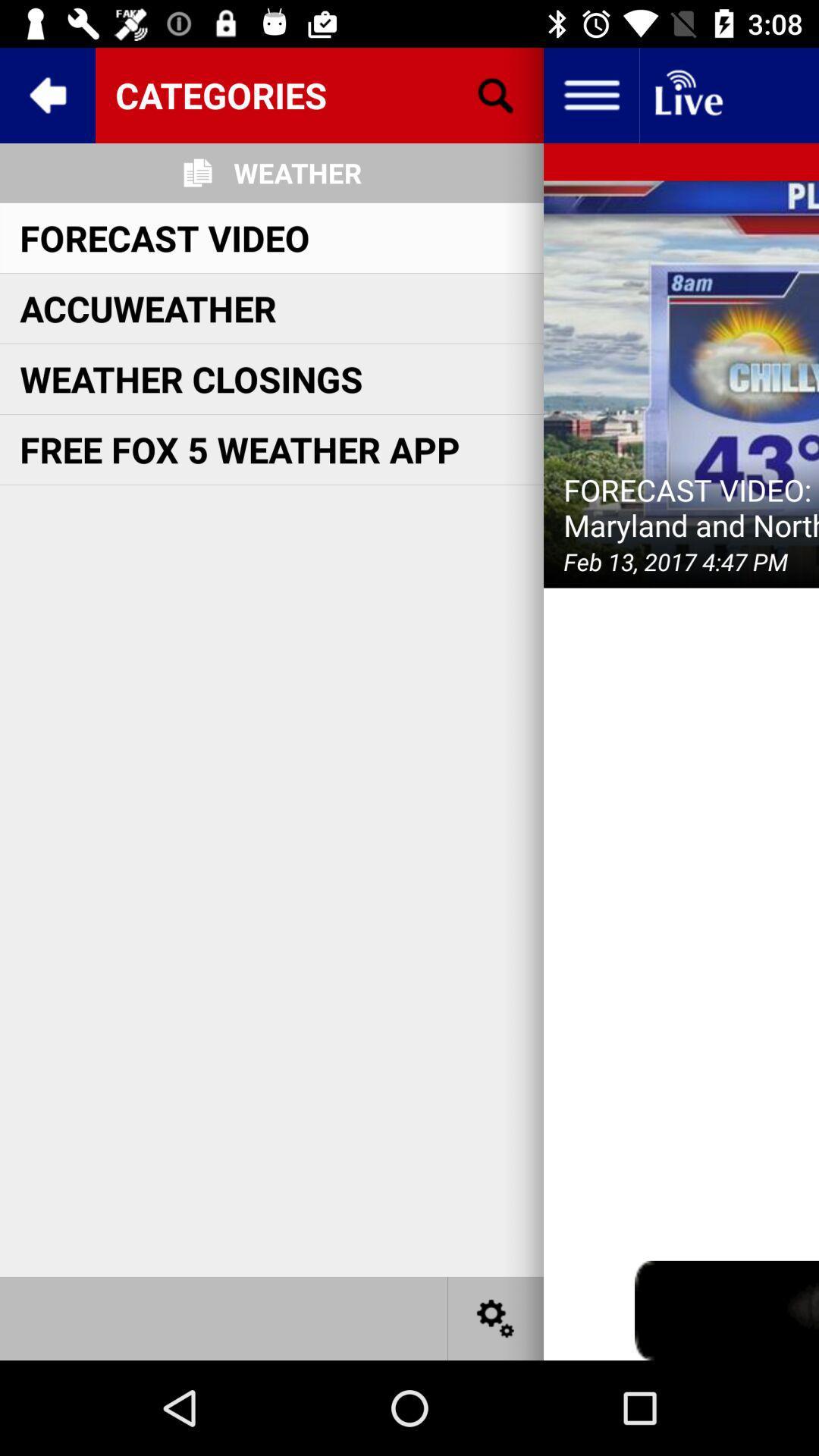 The image size is (819, 1456). I want to click on forecast video item, so click(165, 237).